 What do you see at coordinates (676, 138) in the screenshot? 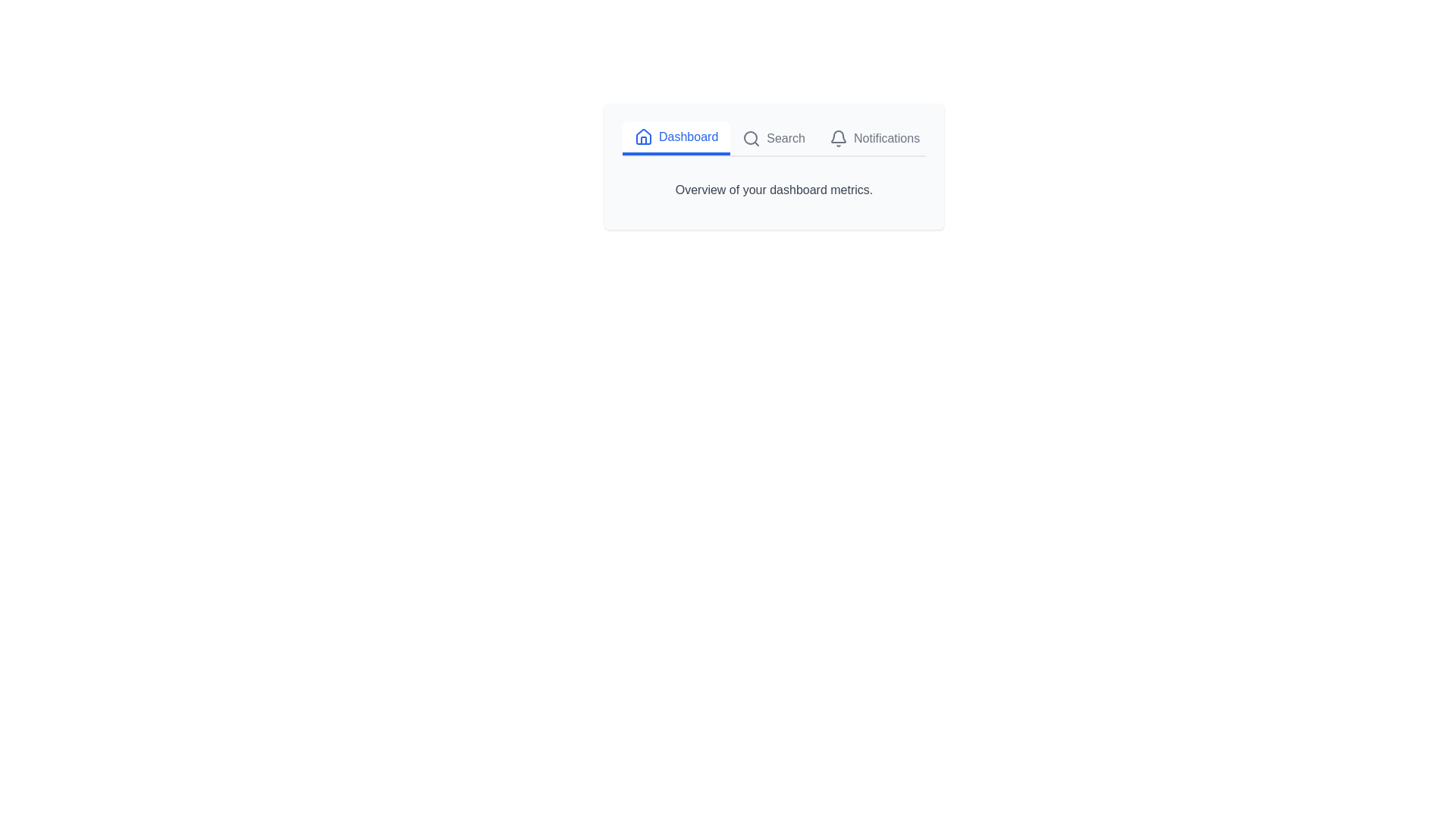
I see `the tab Dashboard to observe the hover effect` at bounding box center [676, 138].